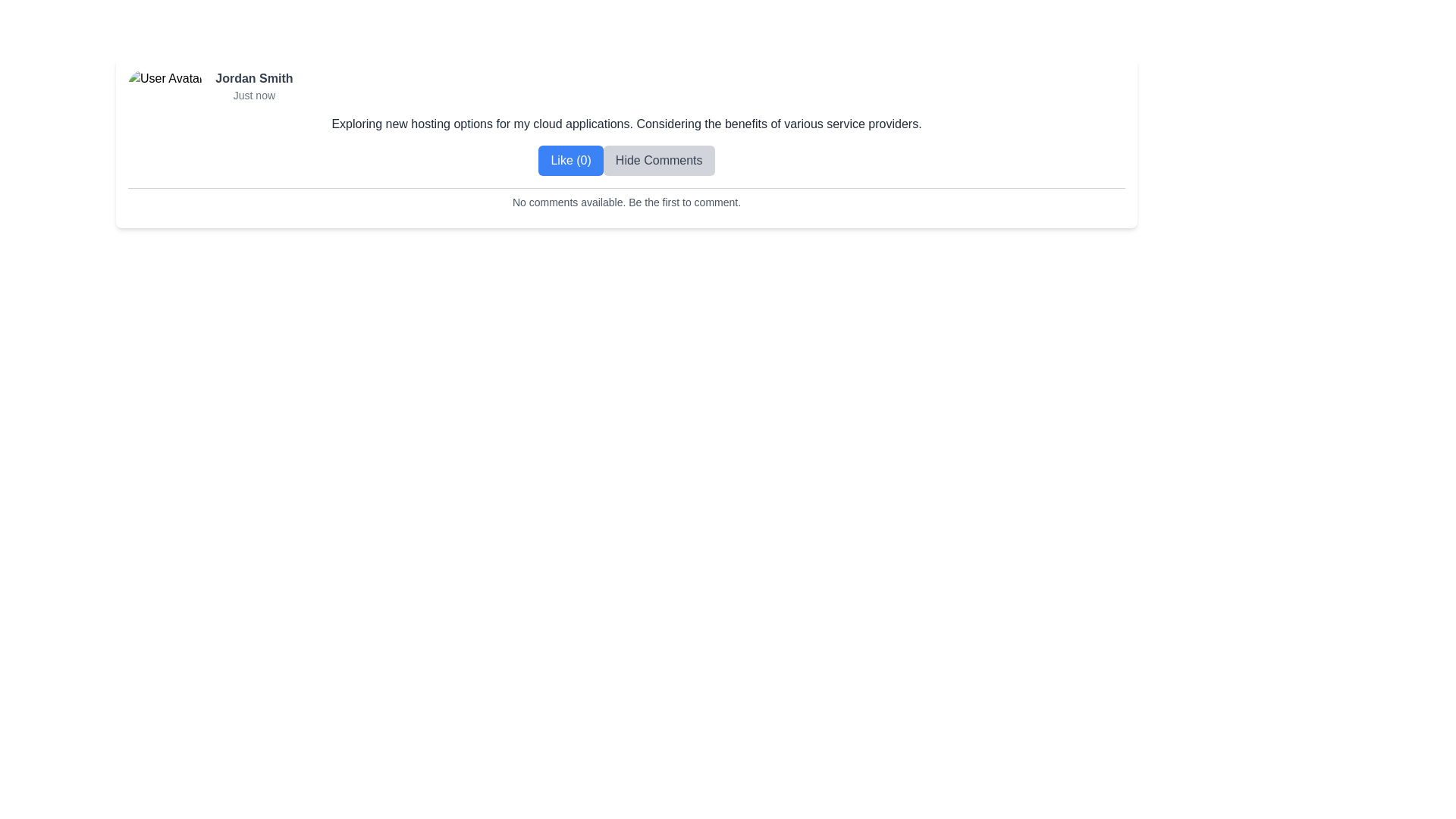 The image size is (1456, 819). Describe the element at coordinates (659, 161) in the screenshot. I see `the button that toggles the visibility of the comments section below the post by 'Jordan Smith'` at that location.